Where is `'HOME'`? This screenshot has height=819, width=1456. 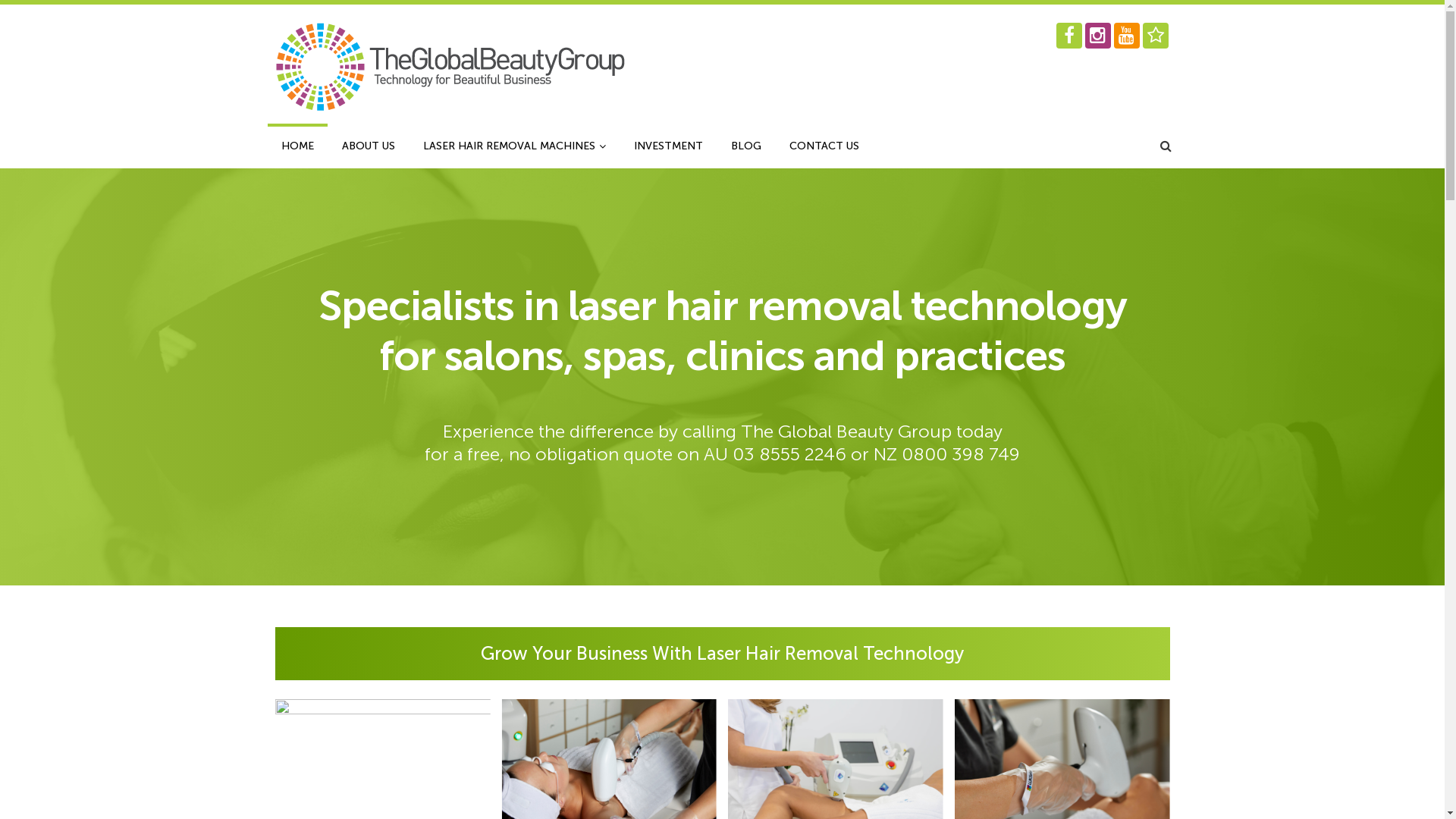 'HOME' is located at coordinates (297, 146).